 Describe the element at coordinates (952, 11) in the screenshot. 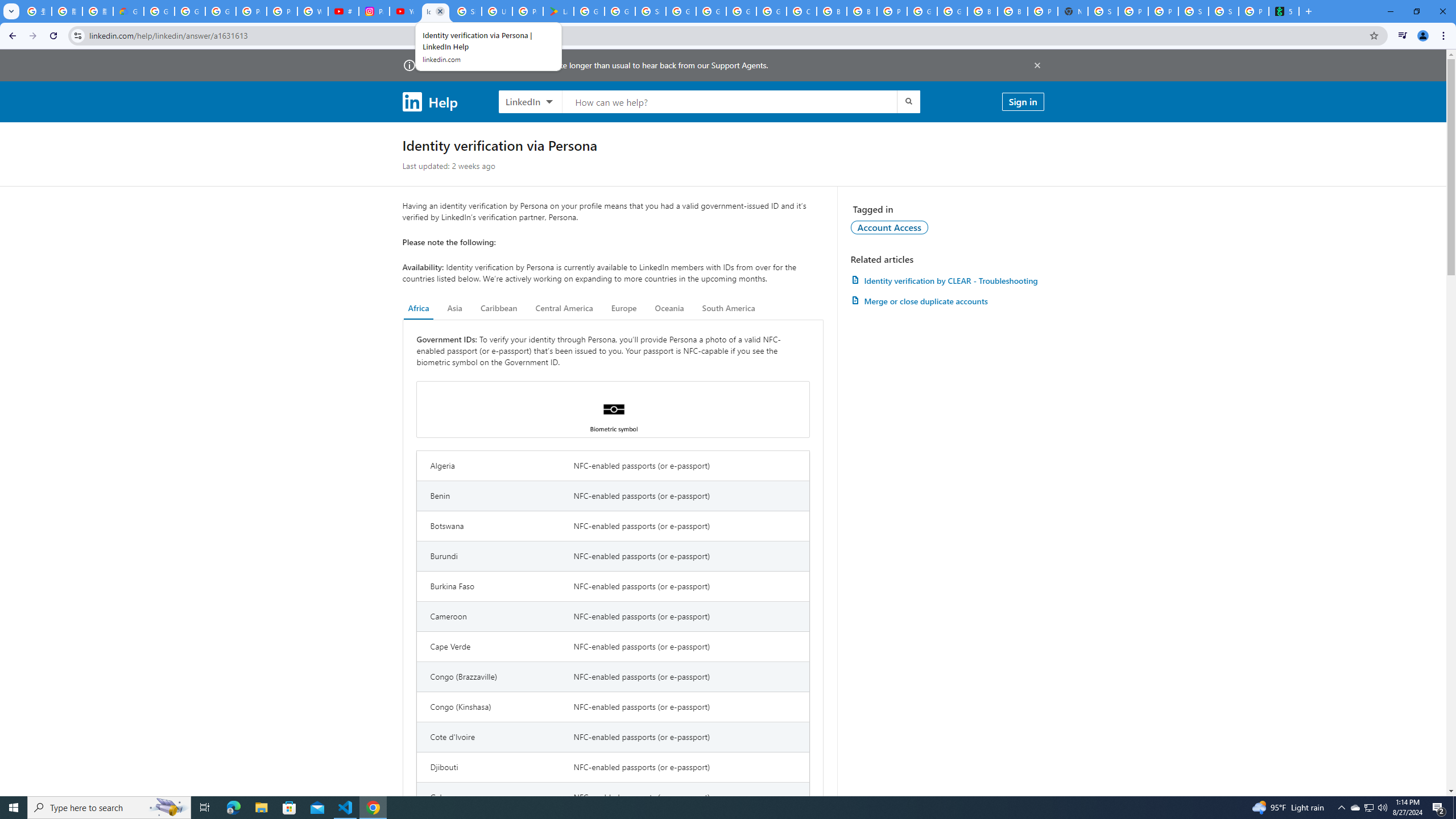

I see `'Google Cloud Platform'` at that location.